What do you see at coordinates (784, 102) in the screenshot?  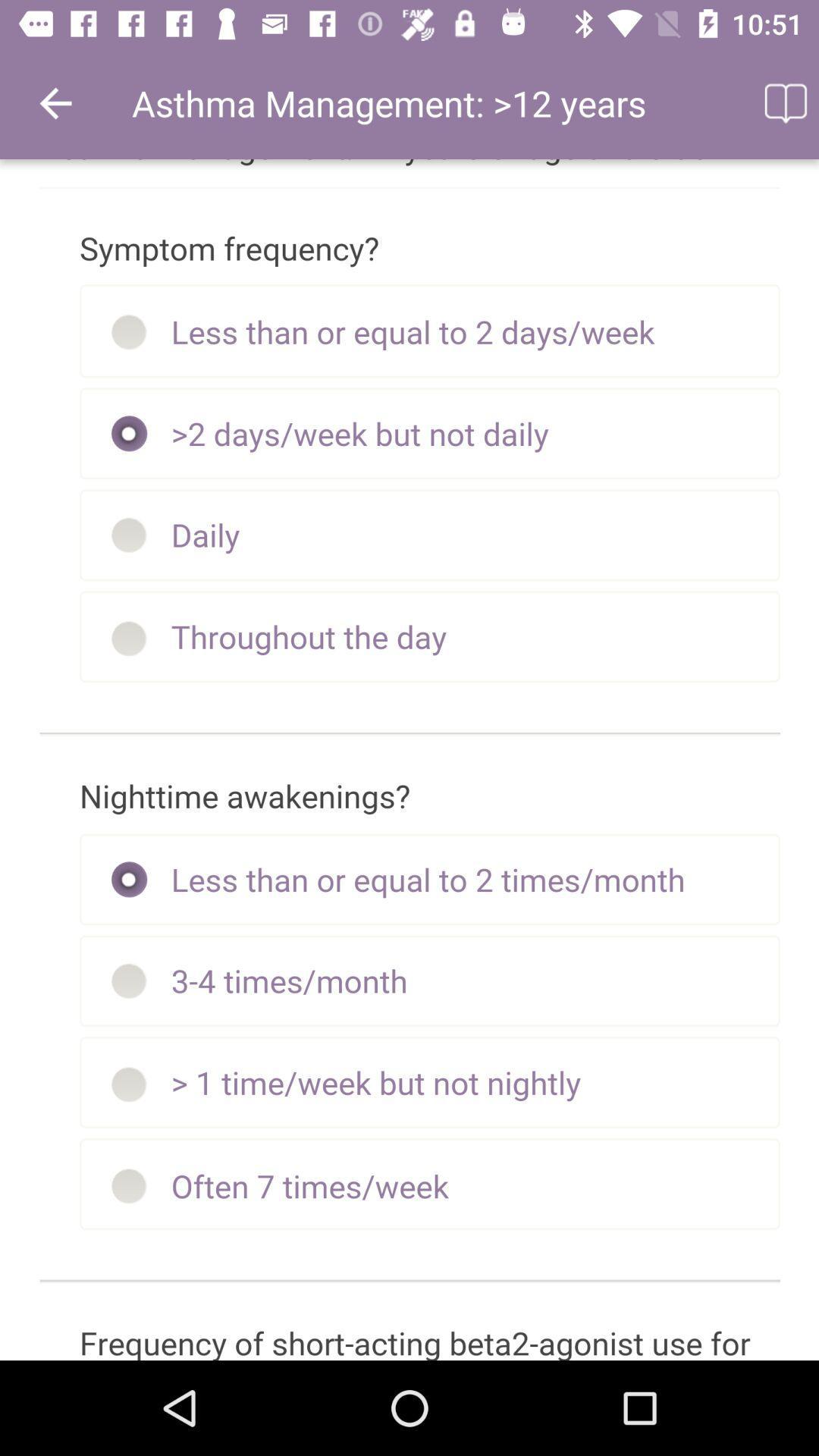 I see `book` at bounding box center [784, 102].